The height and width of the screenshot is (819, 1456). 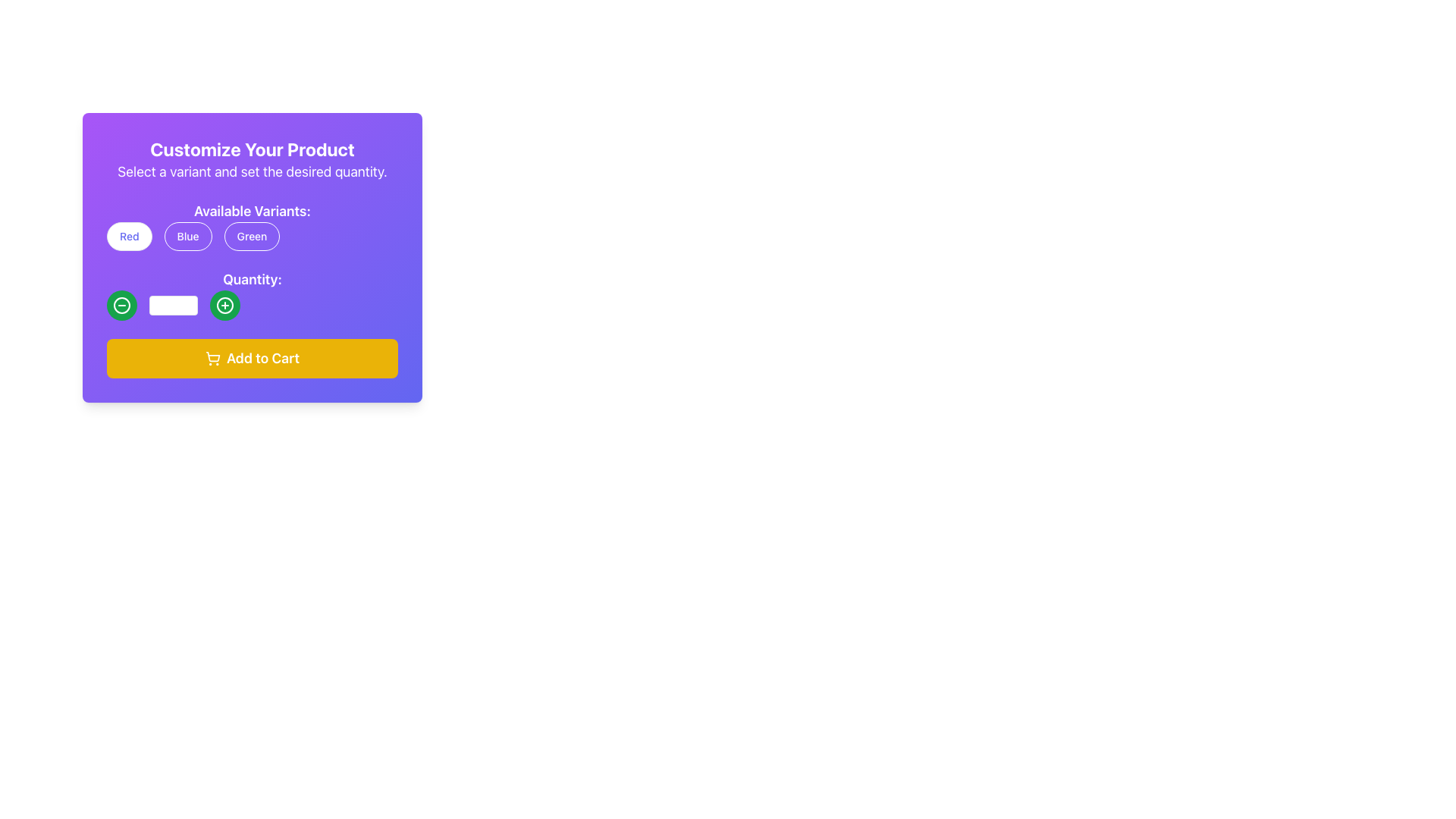 What do you see at coordinates (212, 356) in the screenshot?
I see `the shopping cart icon within the 'Add to Cart' button, which is part of the modal window titled 'Customize Your Product'` at bounding box center [212, 356].